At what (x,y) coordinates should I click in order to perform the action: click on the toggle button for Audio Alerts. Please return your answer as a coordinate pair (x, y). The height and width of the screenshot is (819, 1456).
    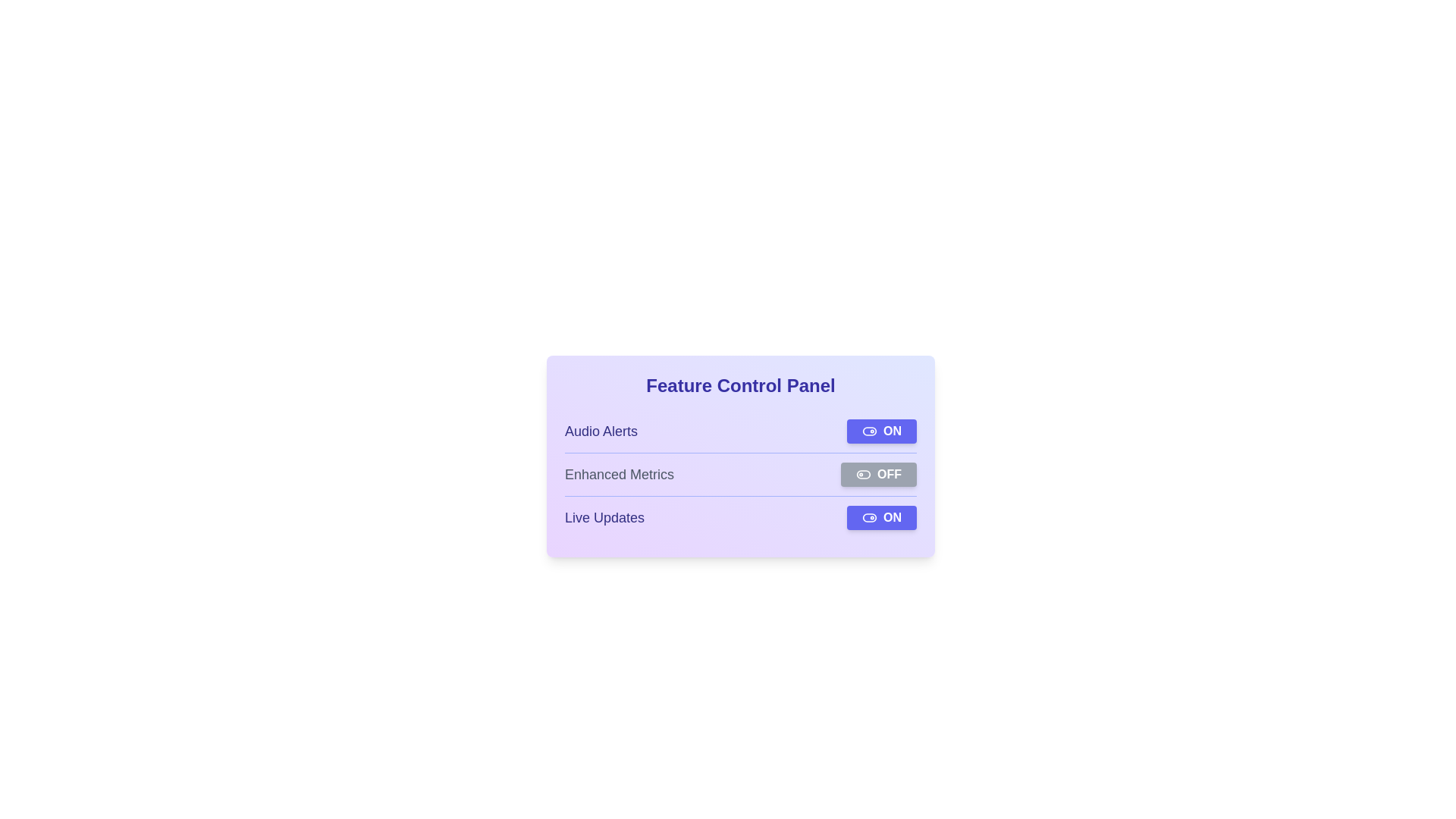
    Looking at the image, I should click on (881, 431).